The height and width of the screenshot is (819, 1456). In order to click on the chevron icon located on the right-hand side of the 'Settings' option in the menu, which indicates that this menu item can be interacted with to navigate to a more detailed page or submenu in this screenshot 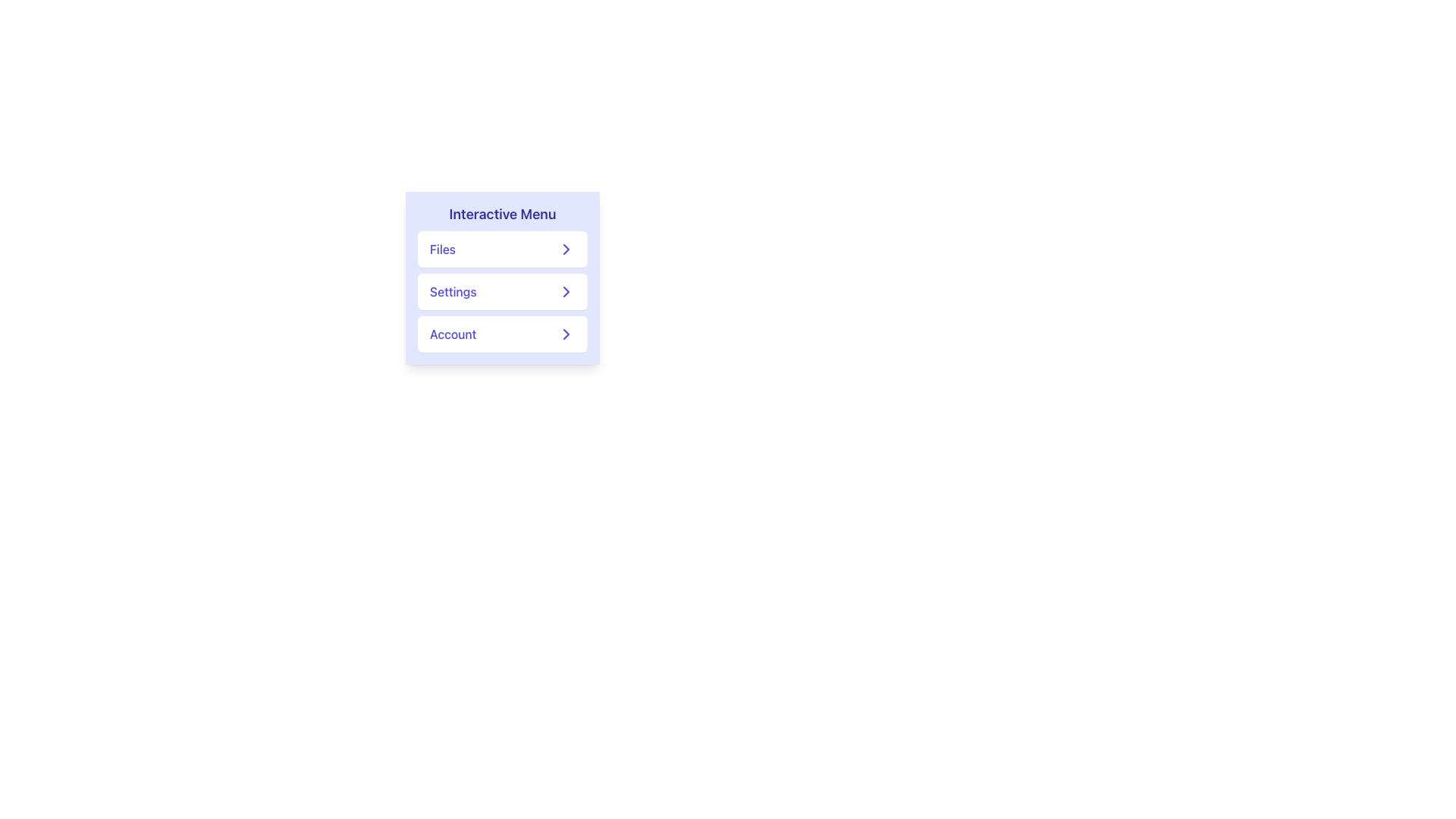, I will do `click(566, 292)`.